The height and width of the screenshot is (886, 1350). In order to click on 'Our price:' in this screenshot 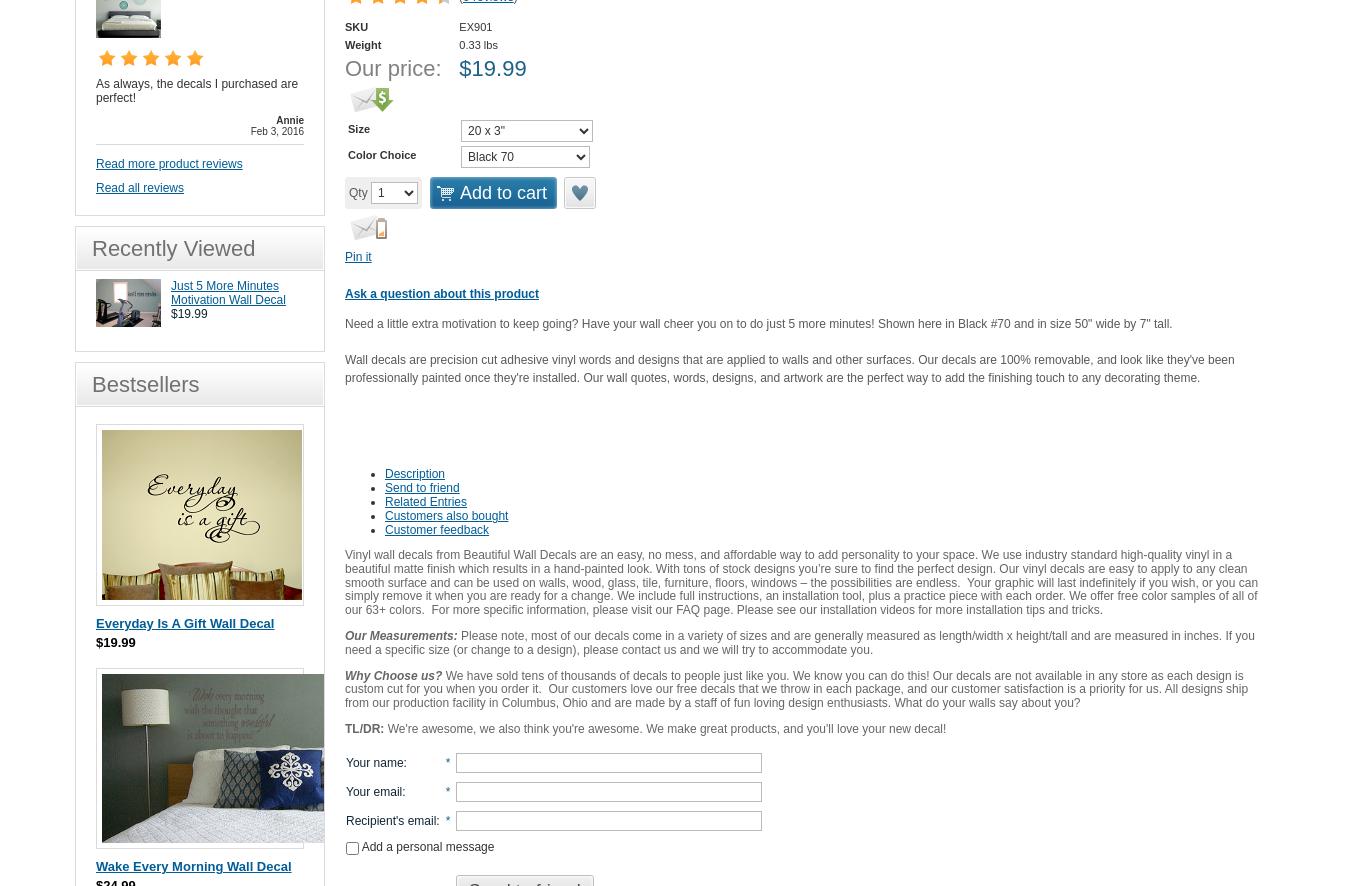, I will do `click(392, 67)`.